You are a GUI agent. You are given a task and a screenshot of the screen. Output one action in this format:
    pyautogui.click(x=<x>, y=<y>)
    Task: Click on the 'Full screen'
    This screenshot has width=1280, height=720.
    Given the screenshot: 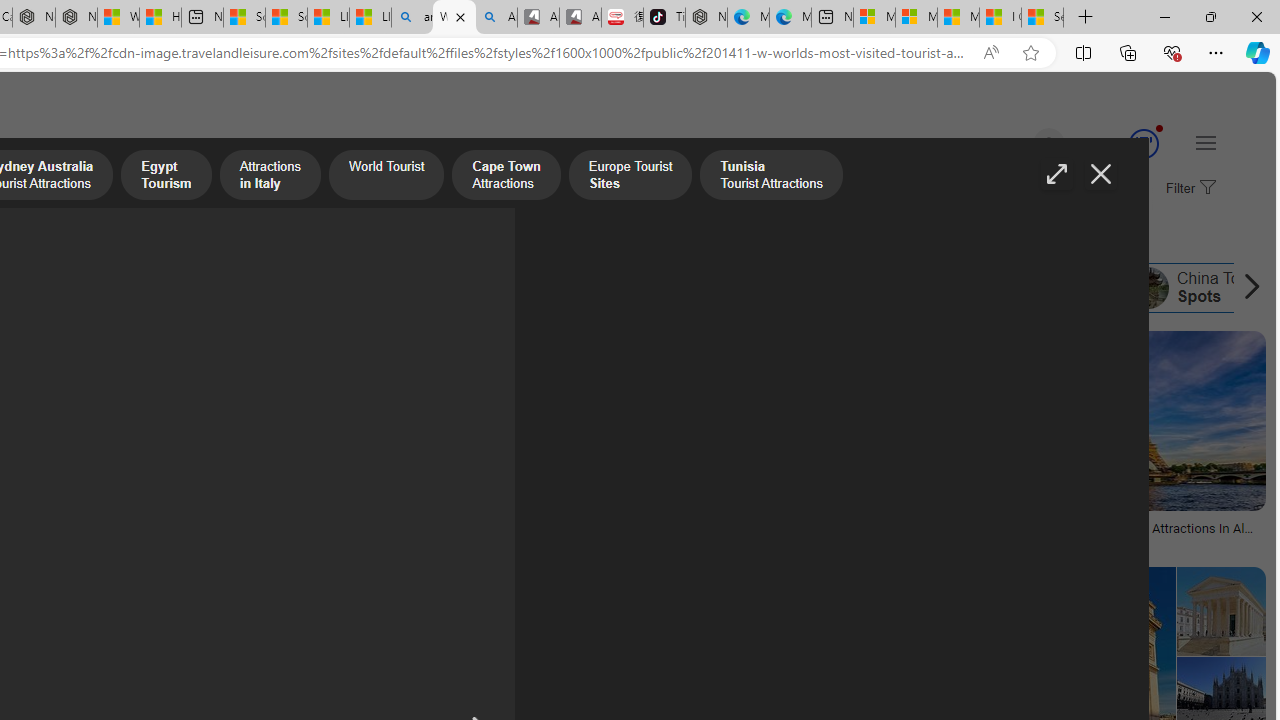 What is the action you would take?
    pyautogui.click(x=1055, y=173)
    